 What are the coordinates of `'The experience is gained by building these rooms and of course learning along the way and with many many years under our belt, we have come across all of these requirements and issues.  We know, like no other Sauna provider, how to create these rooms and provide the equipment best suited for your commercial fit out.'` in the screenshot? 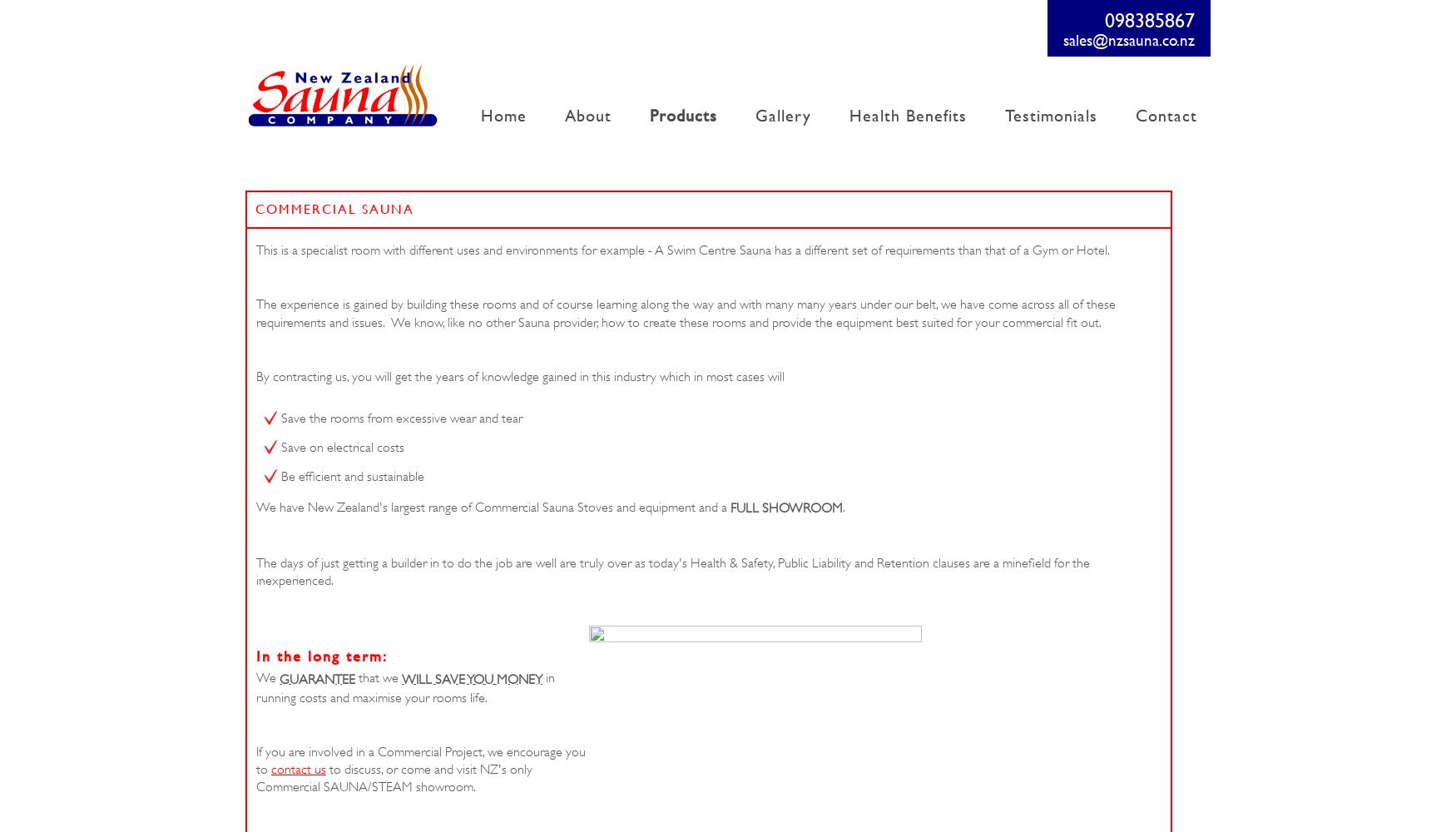 It's located at (686, 314).